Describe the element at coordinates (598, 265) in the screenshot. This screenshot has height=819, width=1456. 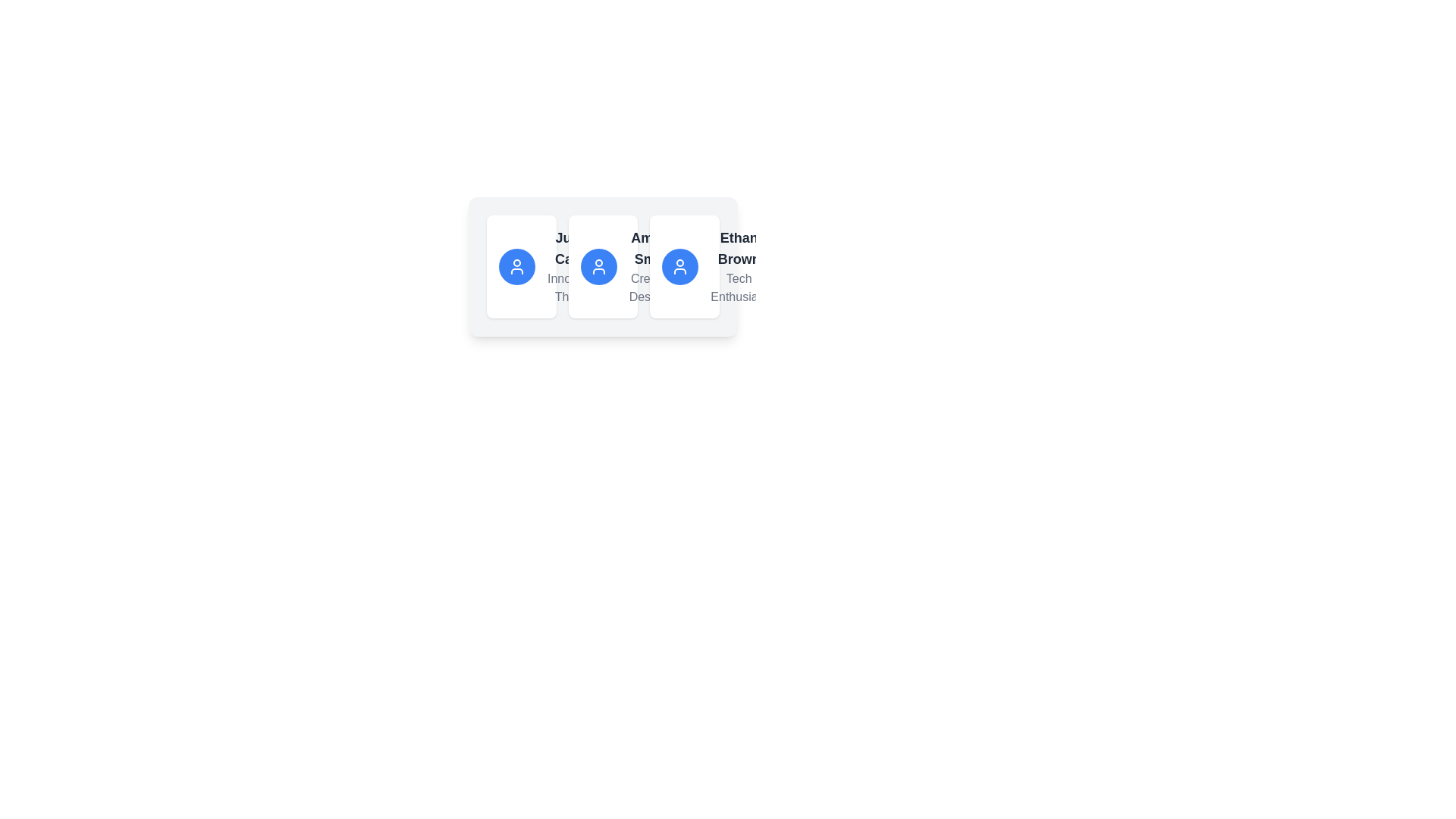
I see `the circular profile icon representing 'Amelia Smith', the second icon among three, for accessibility navigation` at that location.